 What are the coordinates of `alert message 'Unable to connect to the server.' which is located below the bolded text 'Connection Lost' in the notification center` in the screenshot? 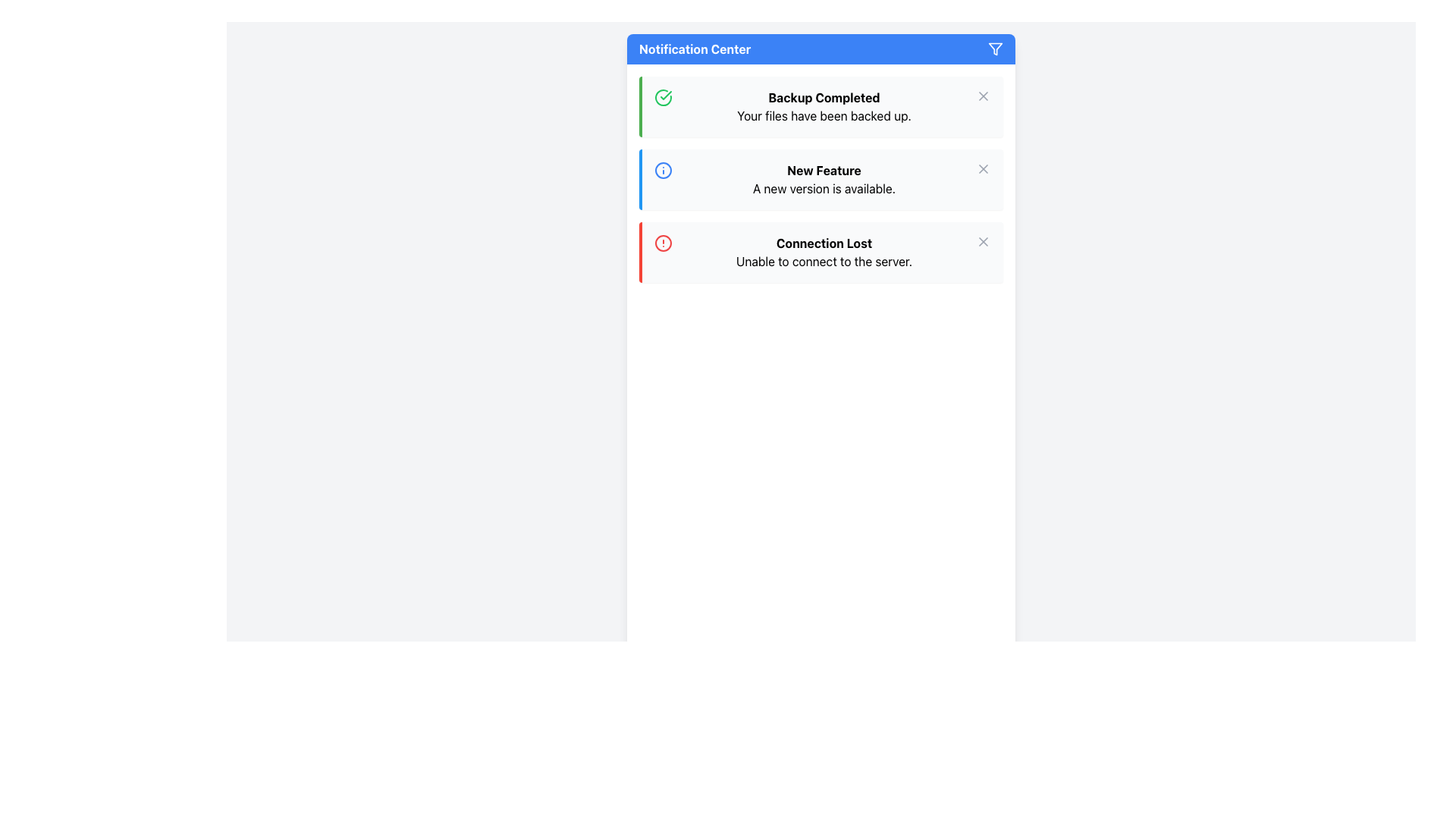 It's located at (823, 260).